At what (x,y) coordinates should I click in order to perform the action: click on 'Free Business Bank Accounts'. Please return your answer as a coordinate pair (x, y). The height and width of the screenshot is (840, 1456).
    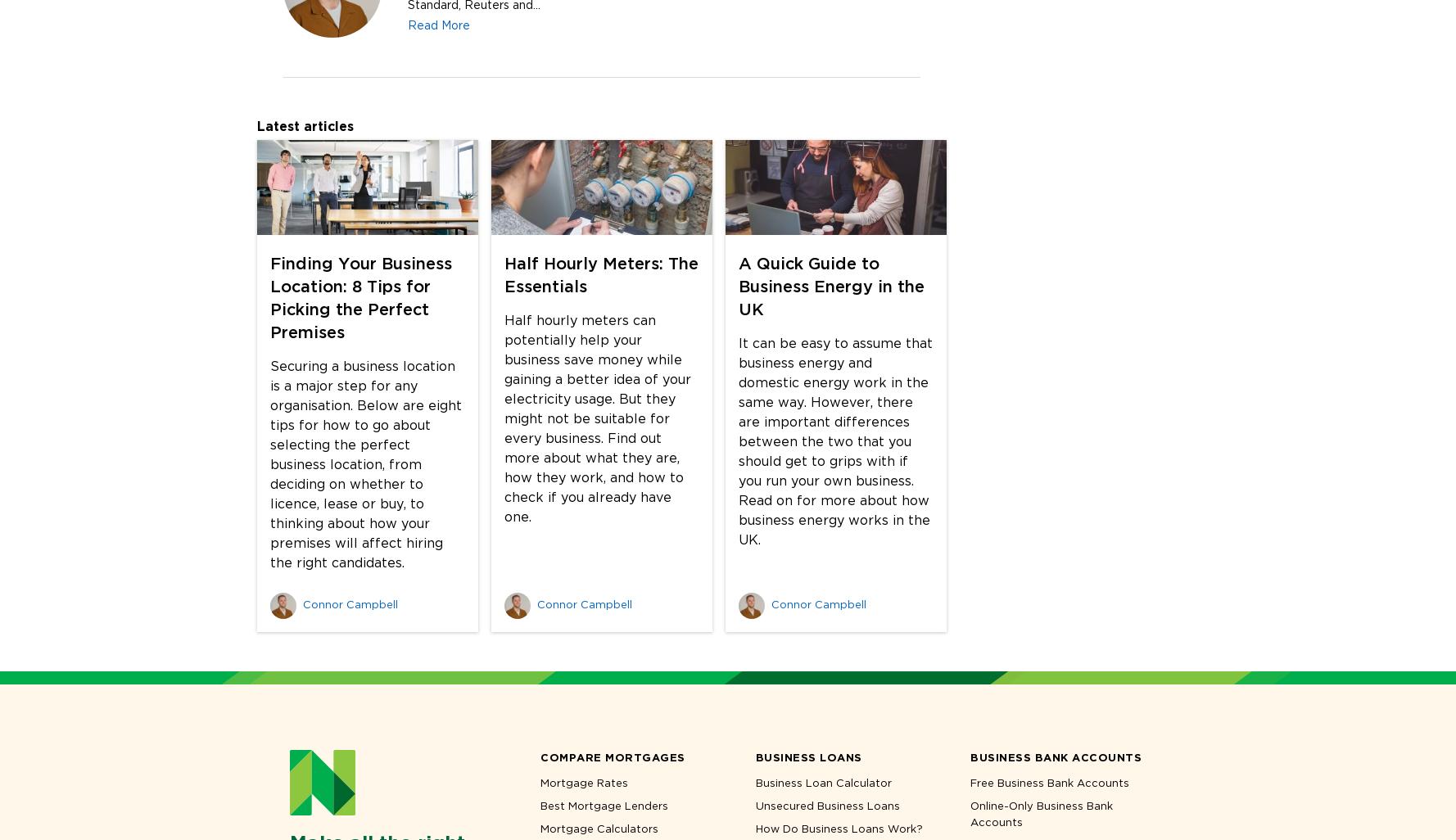
    Looking at the image, I should click on (1049, 782).